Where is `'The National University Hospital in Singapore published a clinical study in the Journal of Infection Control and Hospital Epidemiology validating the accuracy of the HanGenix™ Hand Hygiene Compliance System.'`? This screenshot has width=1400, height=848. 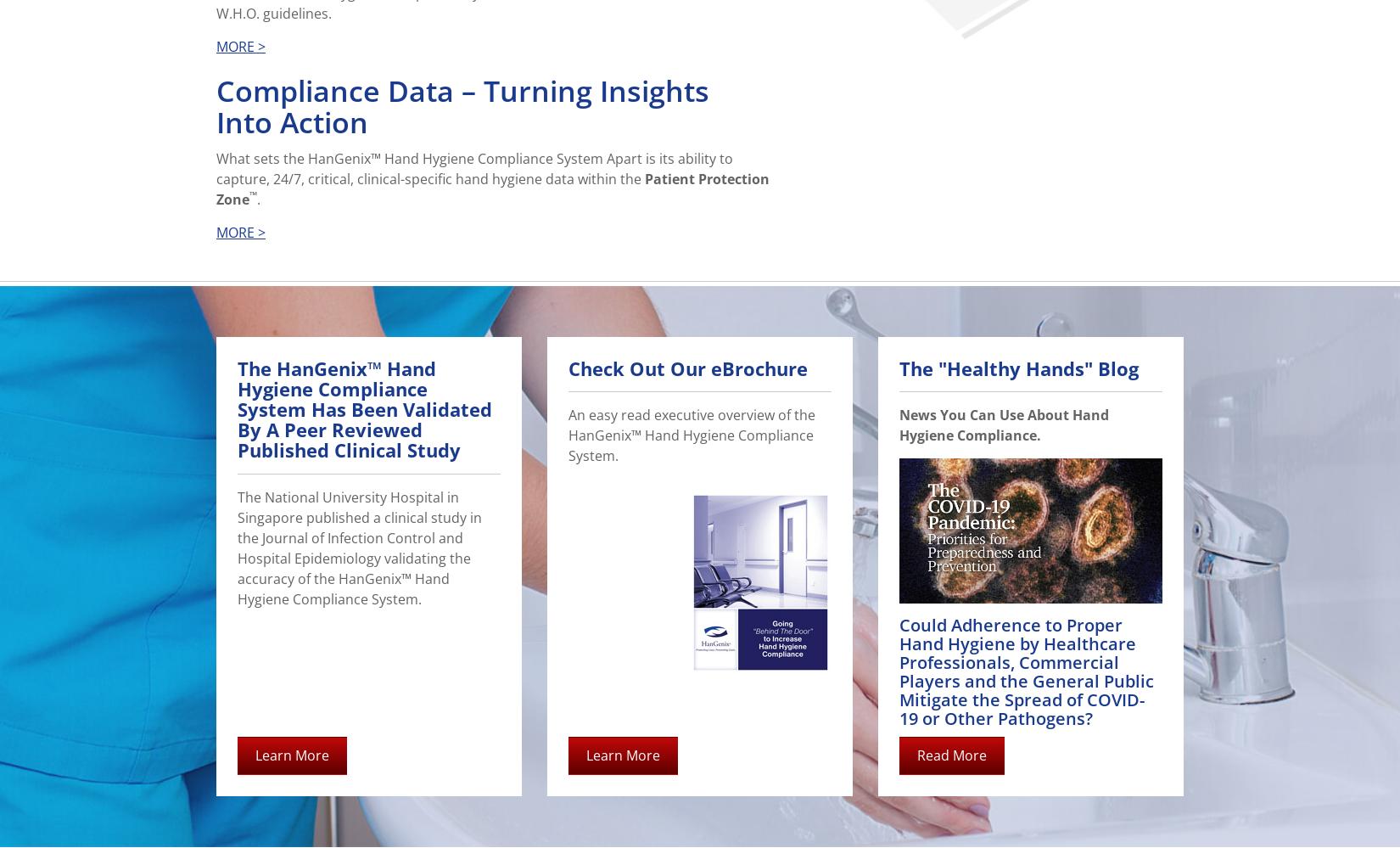 'The National University Hospital in Singapore published a clinical study in the Journal of Infection Control and Hospital Epidemiology validating the accuracy of the HanGenix™ Hand Hygiene Compliance System.' is located at coordinates (359, 546).